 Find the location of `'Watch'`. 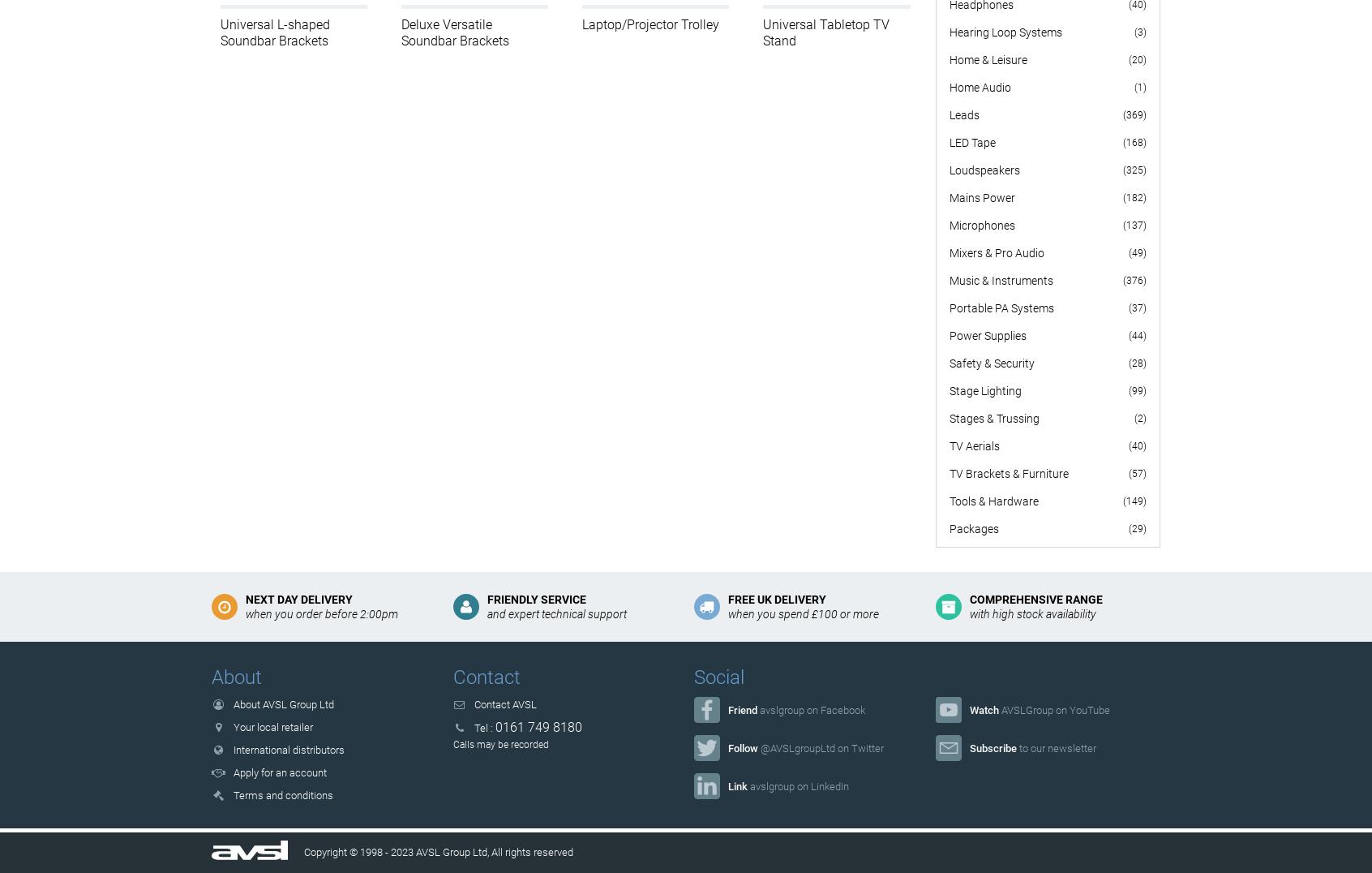

'Watch' is located at coordinates (968, 709).